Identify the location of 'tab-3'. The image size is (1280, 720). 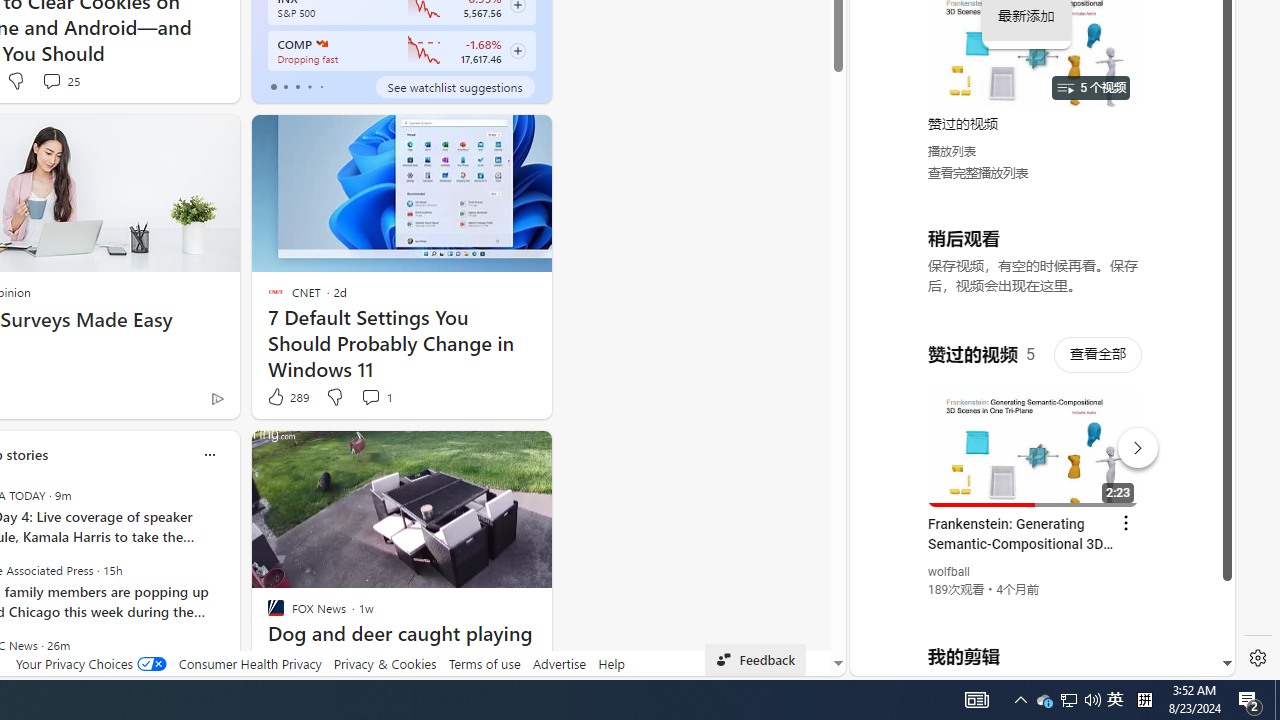
(308, 86).